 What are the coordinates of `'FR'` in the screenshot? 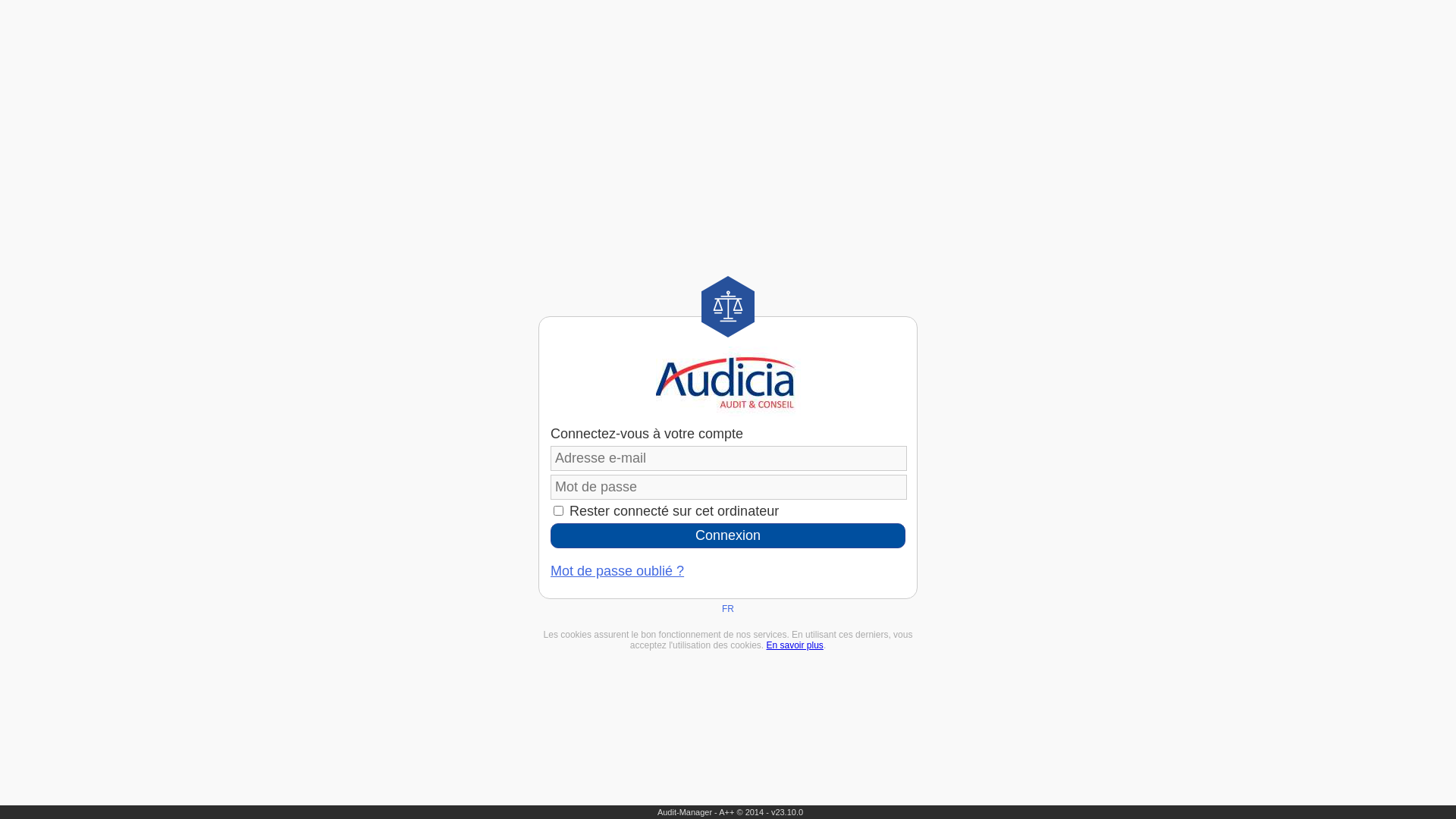 It's located at (728, 607).